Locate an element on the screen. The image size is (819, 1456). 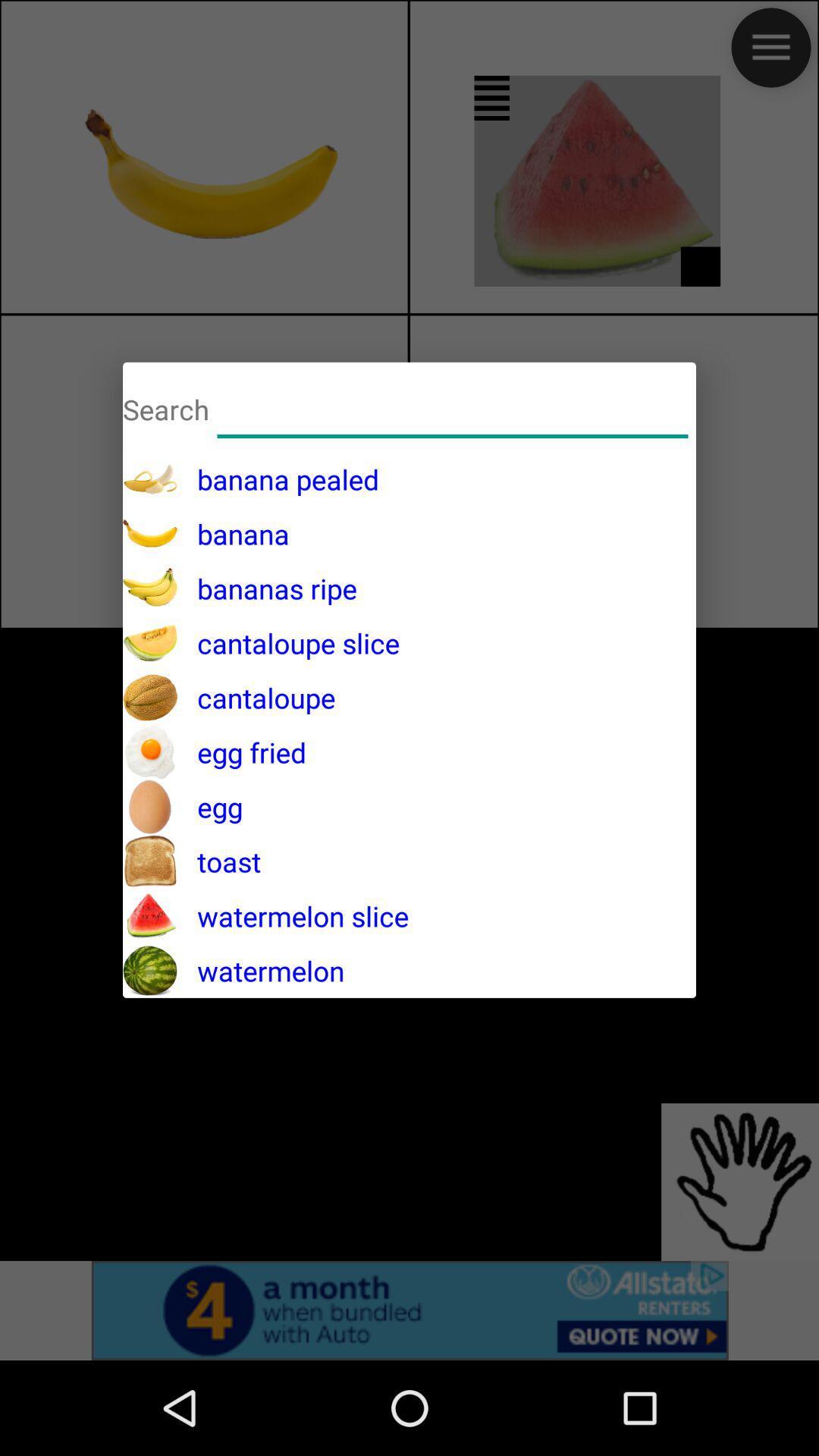
egg fried icon is located at coordinates (241, 752).